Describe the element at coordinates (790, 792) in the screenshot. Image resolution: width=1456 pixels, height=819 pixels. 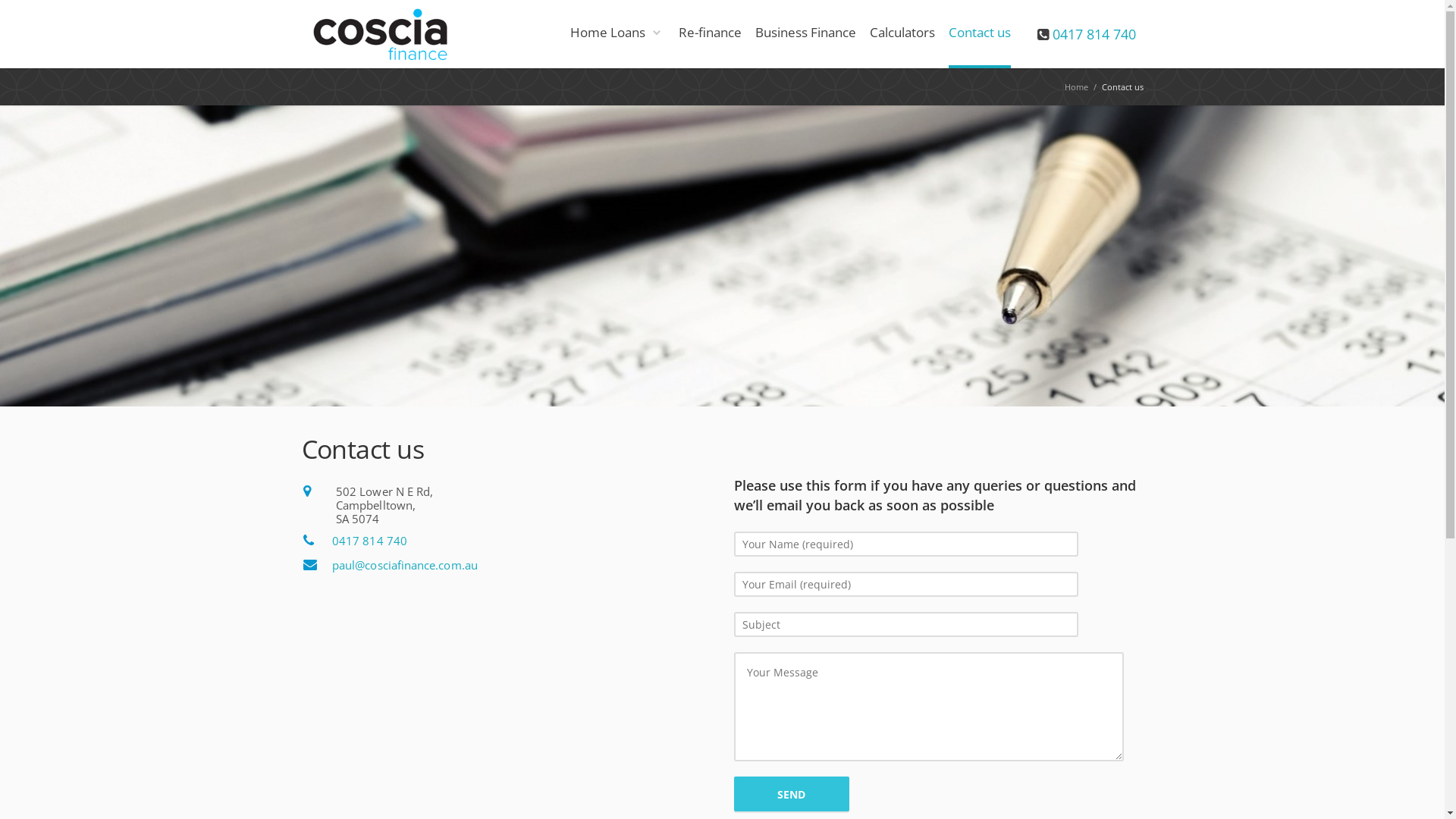
I see `'Send'` at that location.